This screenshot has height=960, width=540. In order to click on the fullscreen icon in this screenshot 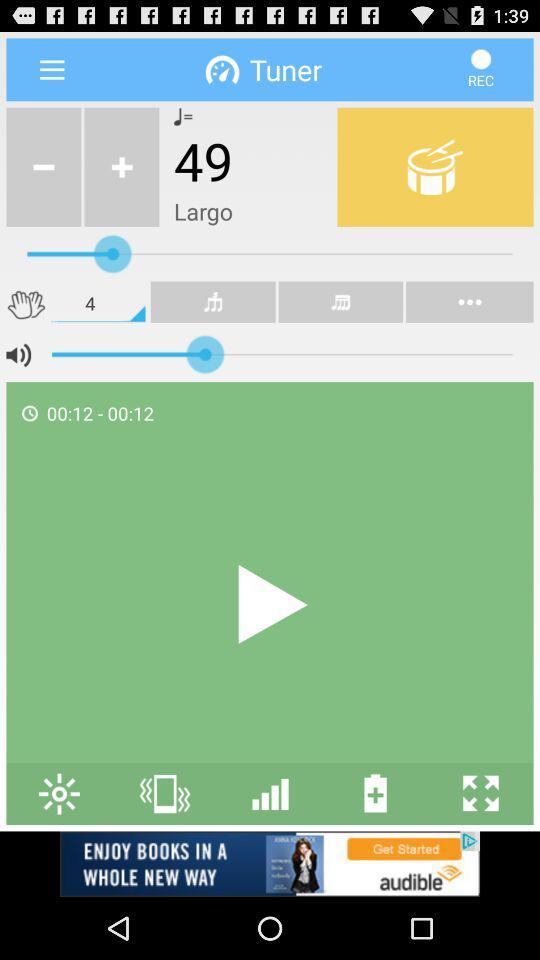, I will do `click(479, 848)`.